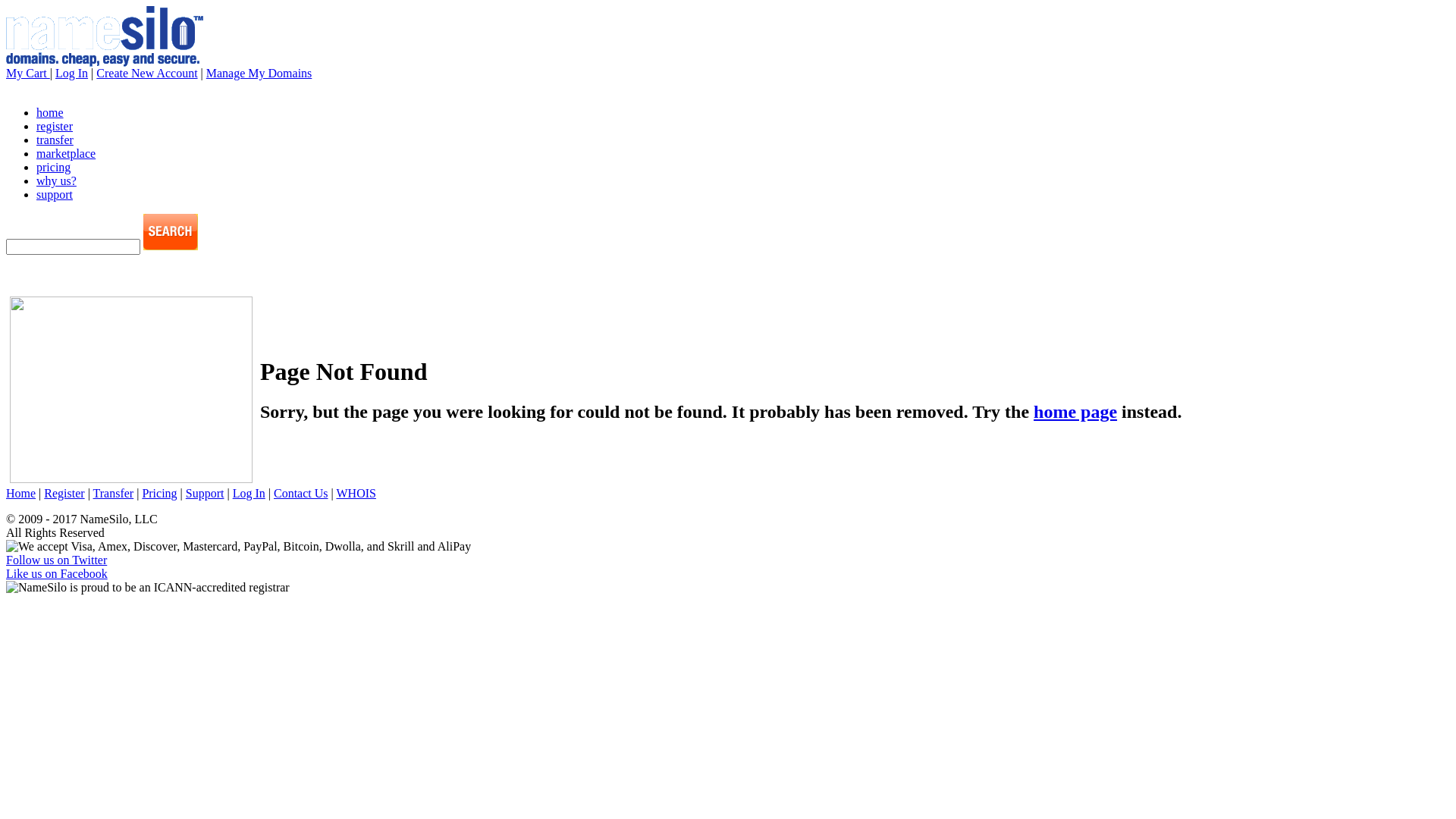 The width and height of the screenshot is (1456, 819). I want to click on 'Contact Us', so click(273, 493).